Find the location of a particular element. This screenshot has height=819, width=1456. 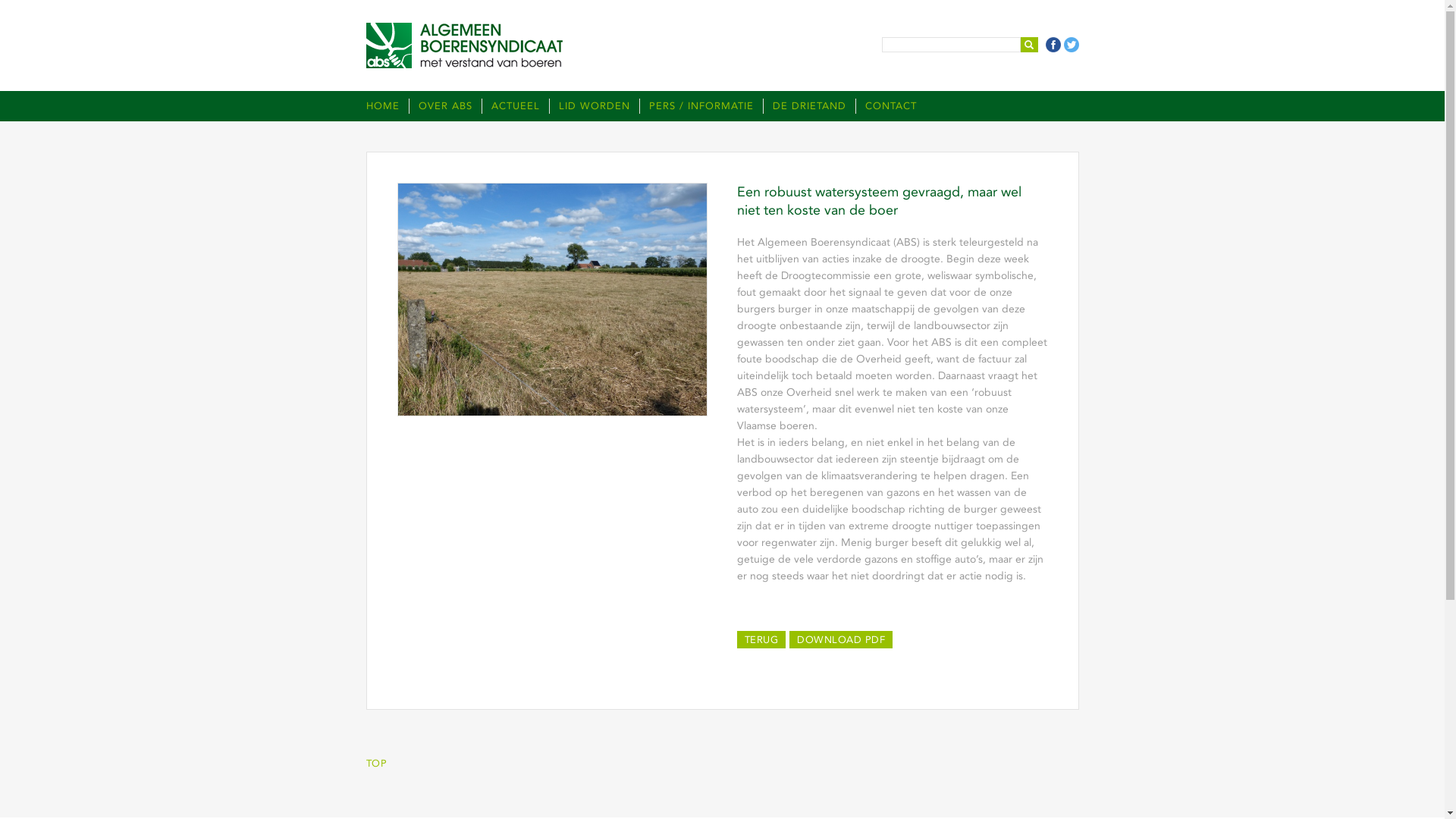

'PERS / INFORMATIE' is located at coordinates (638, 105).